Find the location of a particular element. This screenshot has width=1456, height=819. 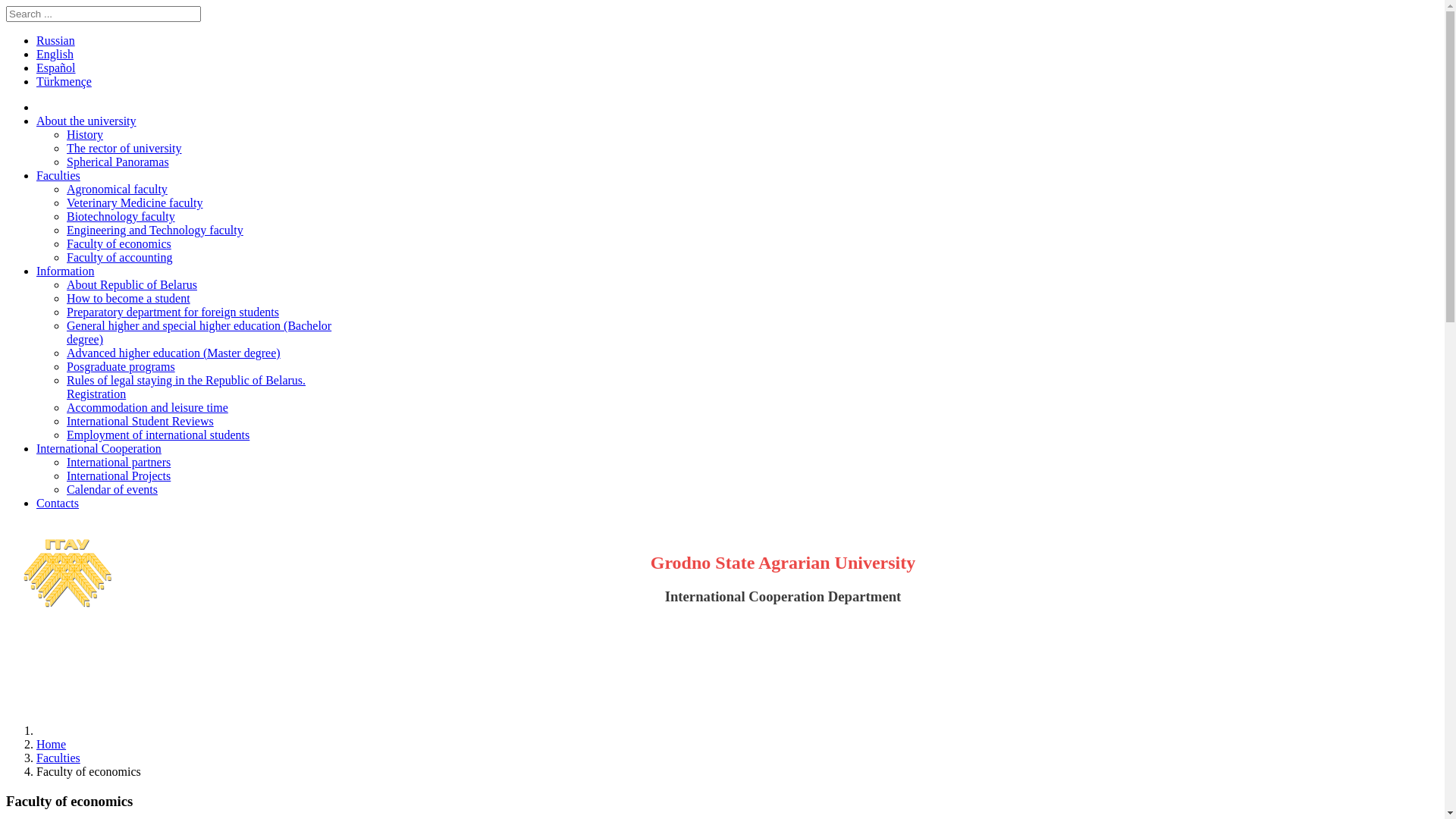

'About Republic of Belarus' is located at coordinates (131, 284).